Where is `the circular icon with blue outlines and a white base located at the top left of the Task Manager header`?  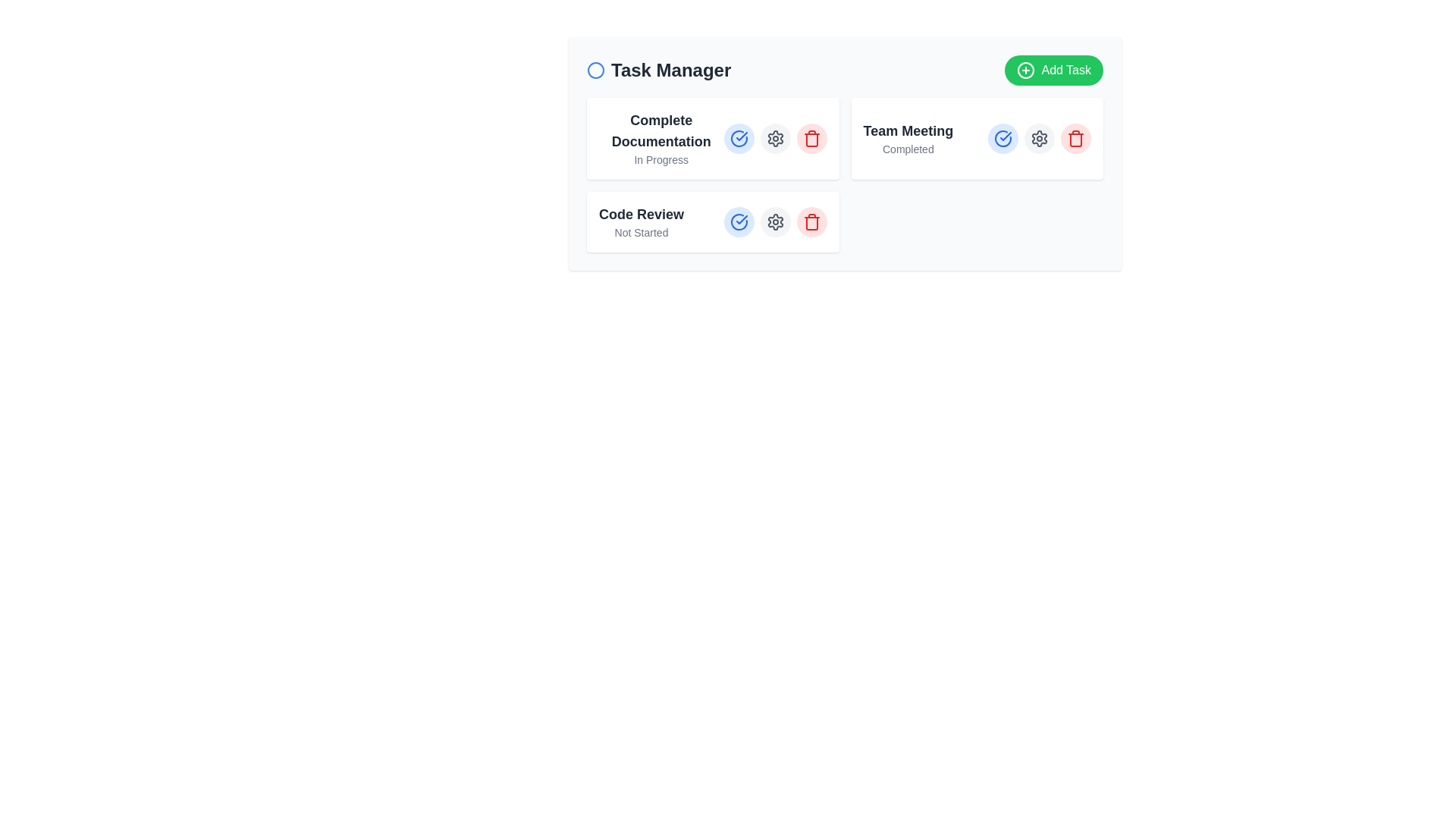 the circular icon with blue outlines and a white base located at the top left of the Task Manager header is located at coordinates (595, 70).